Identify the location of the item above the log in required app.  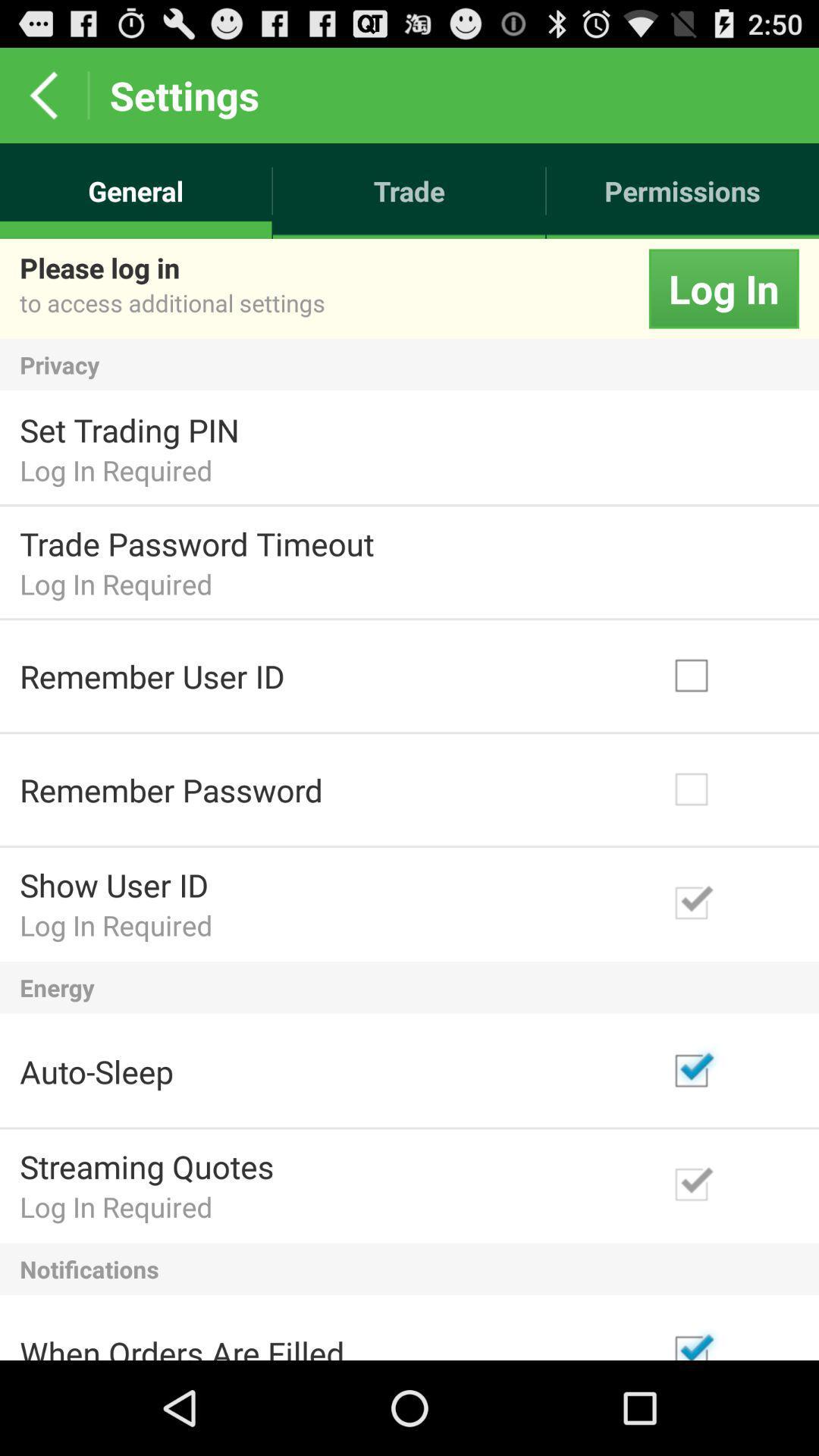
(196, 543).